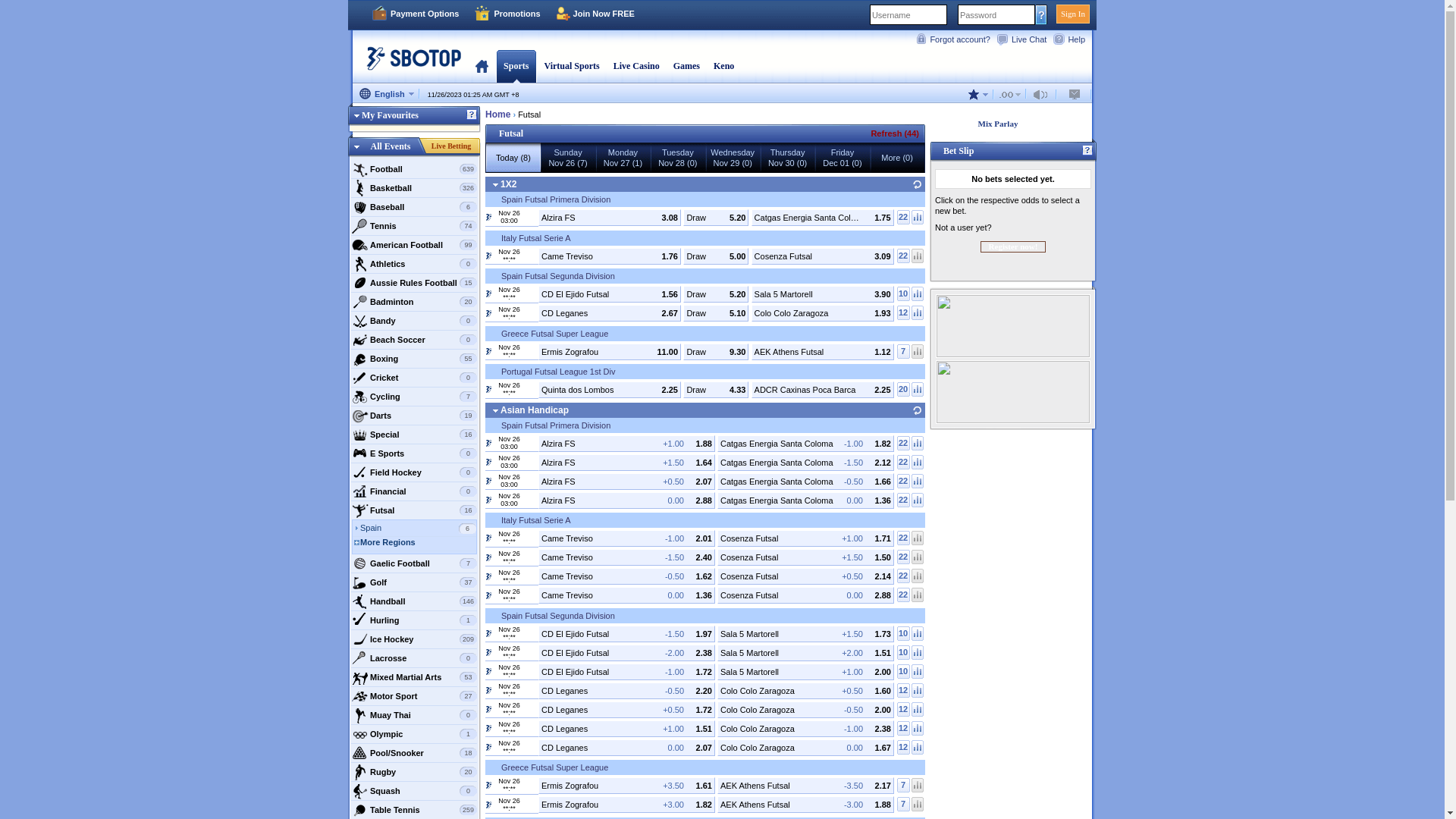  What do you see at coordinates (414, 733) in the screenshot?
I see `'Olympic` at bounding box center [414, 733].